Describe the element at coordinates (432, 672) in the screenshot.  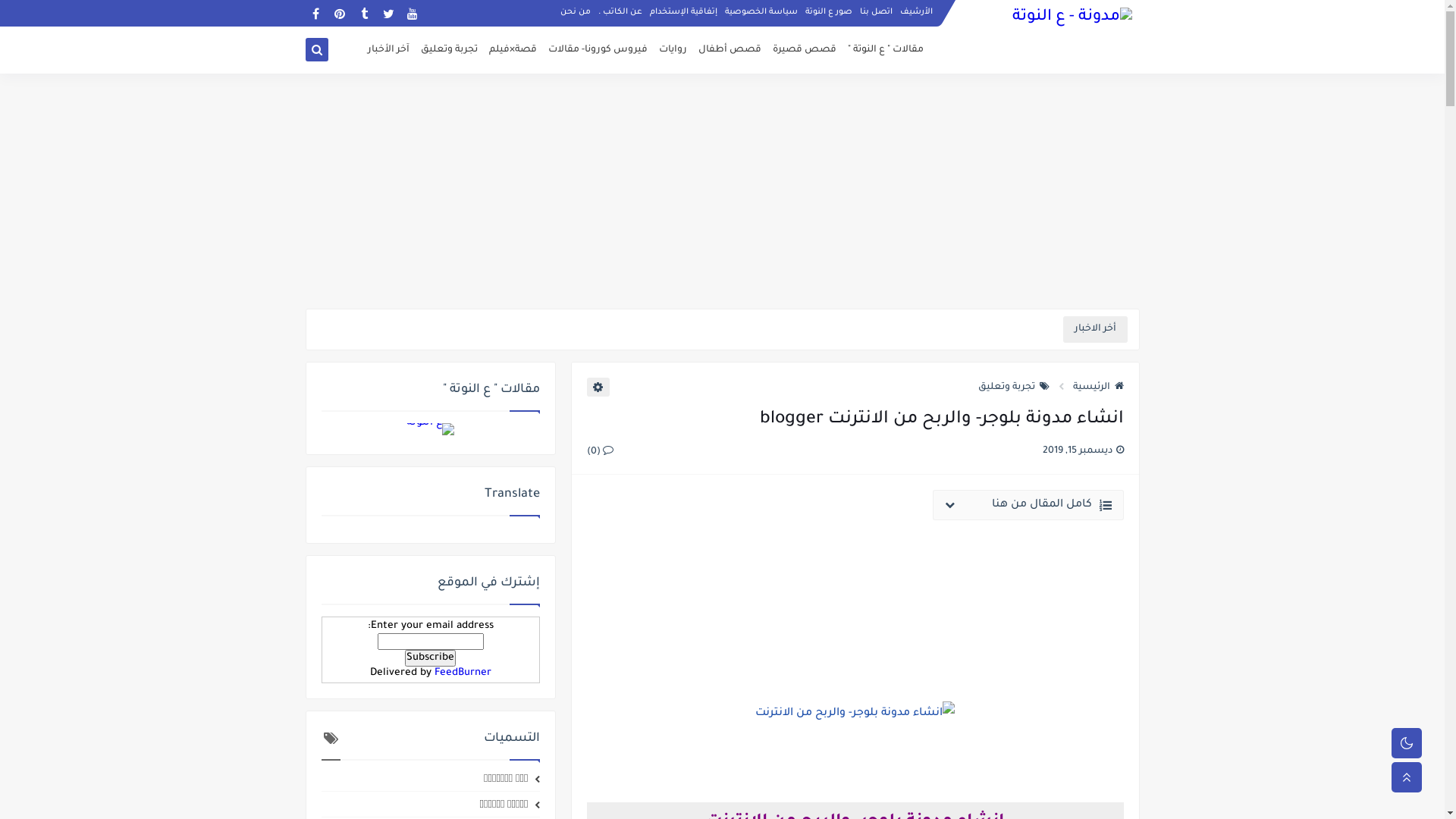
I see `'FeedBurner'` at that location.